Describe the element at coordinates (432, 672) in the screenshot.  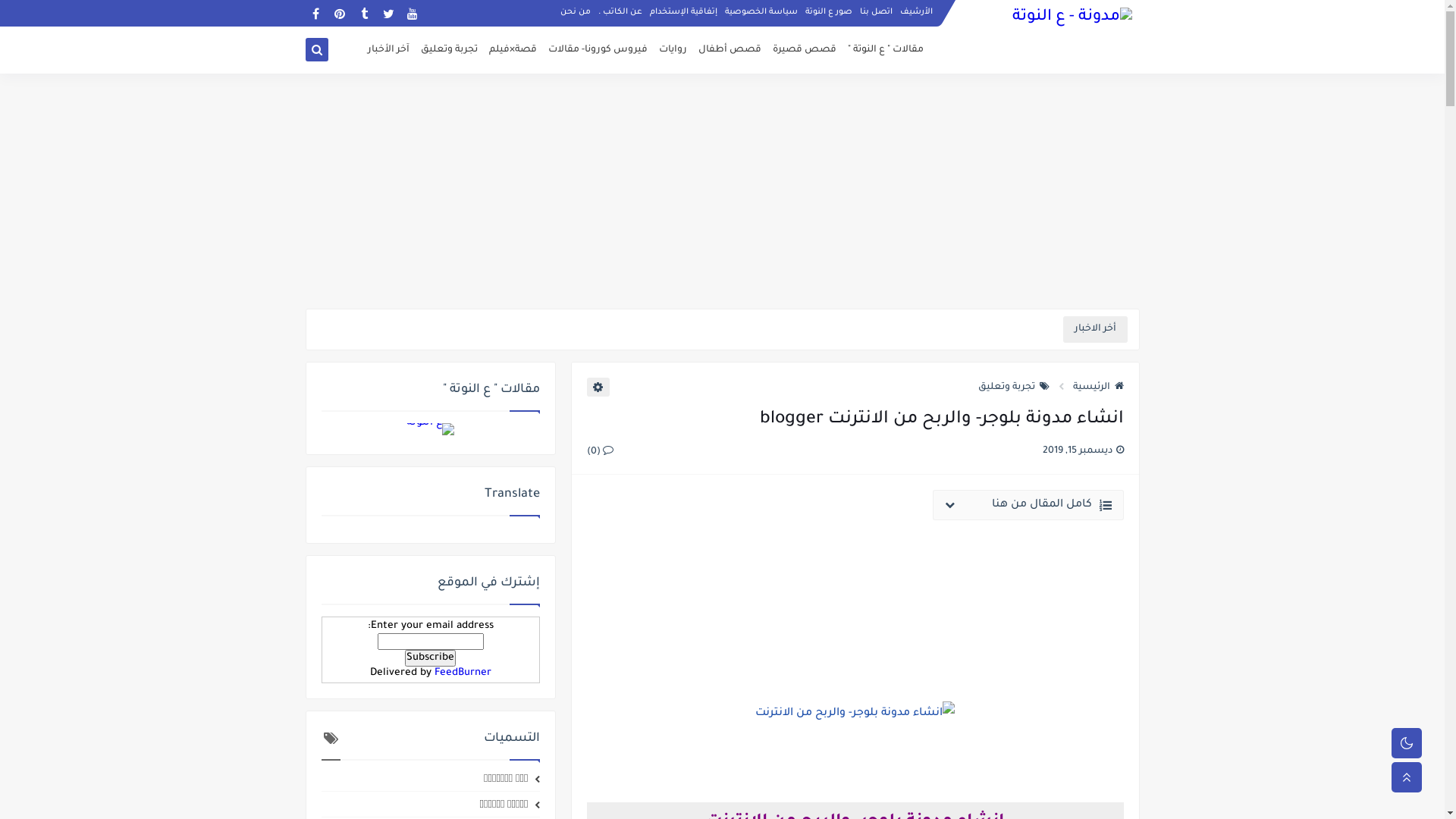
I see `'FeedBurner'` at that location.